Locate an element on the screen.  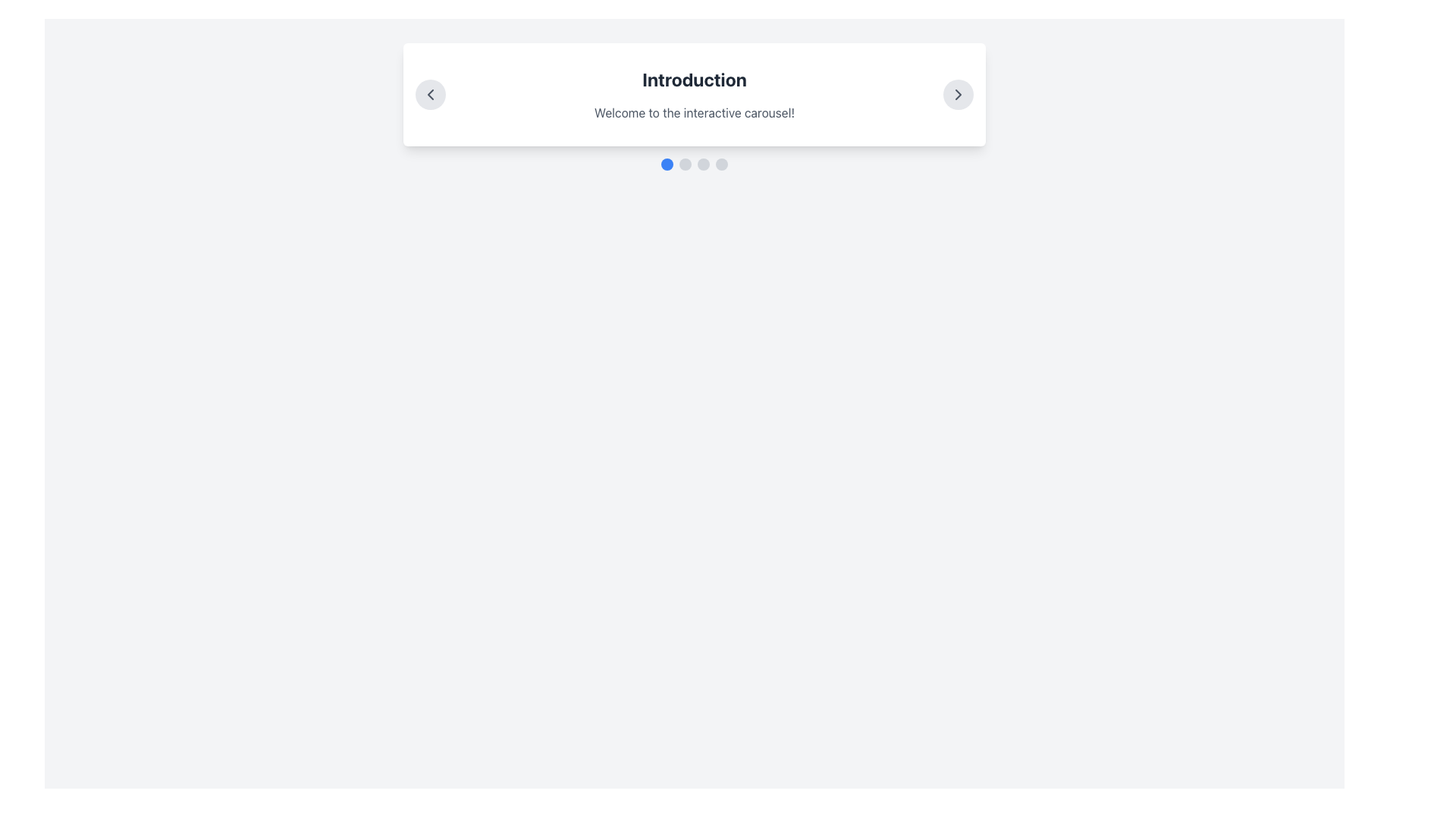
the second navigation dot, which is a small circular indicator with a gray background is located at coordinates (684, 164).